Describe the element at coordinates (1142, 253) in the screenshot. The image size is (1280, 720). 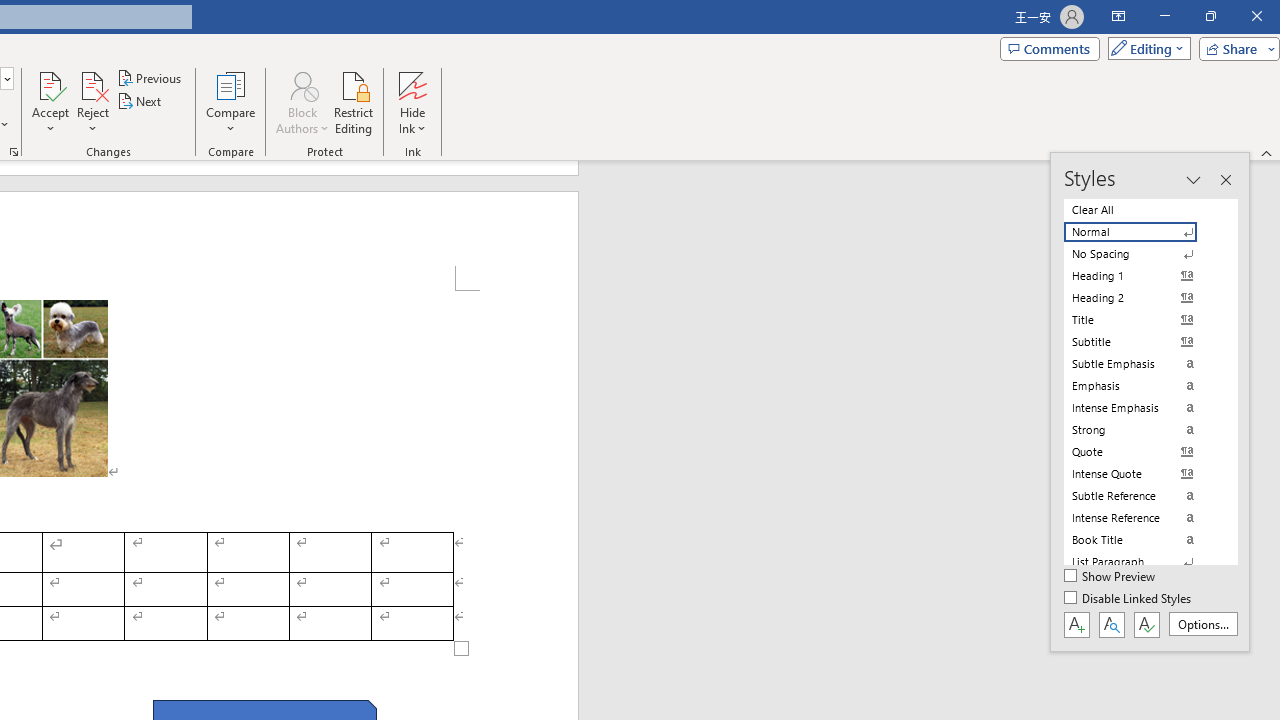
I see `'No Spacing'` at that location.